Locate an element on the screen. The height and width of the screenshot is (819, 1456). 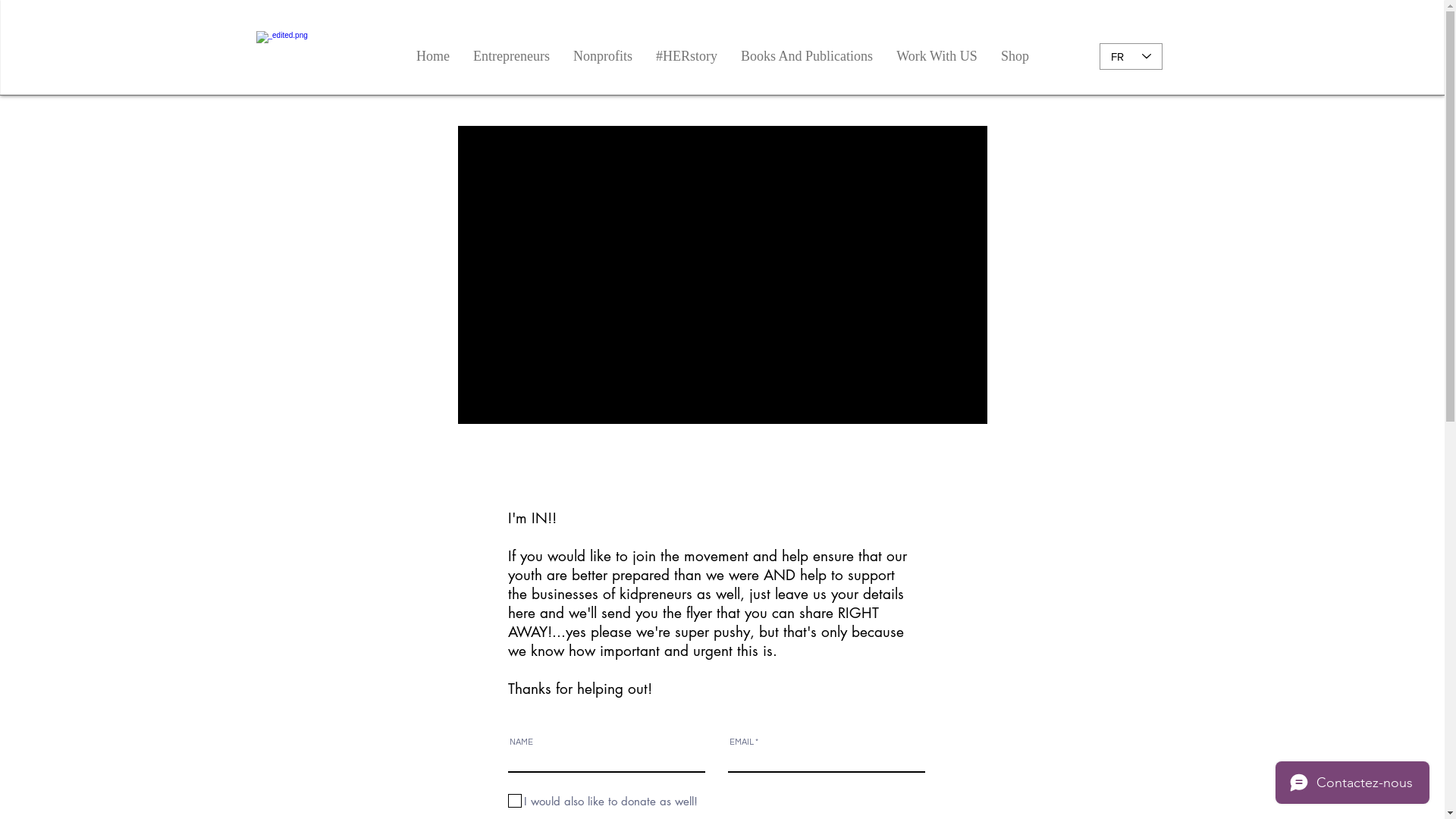
'Shop' is located at coordinates (1015, 55).